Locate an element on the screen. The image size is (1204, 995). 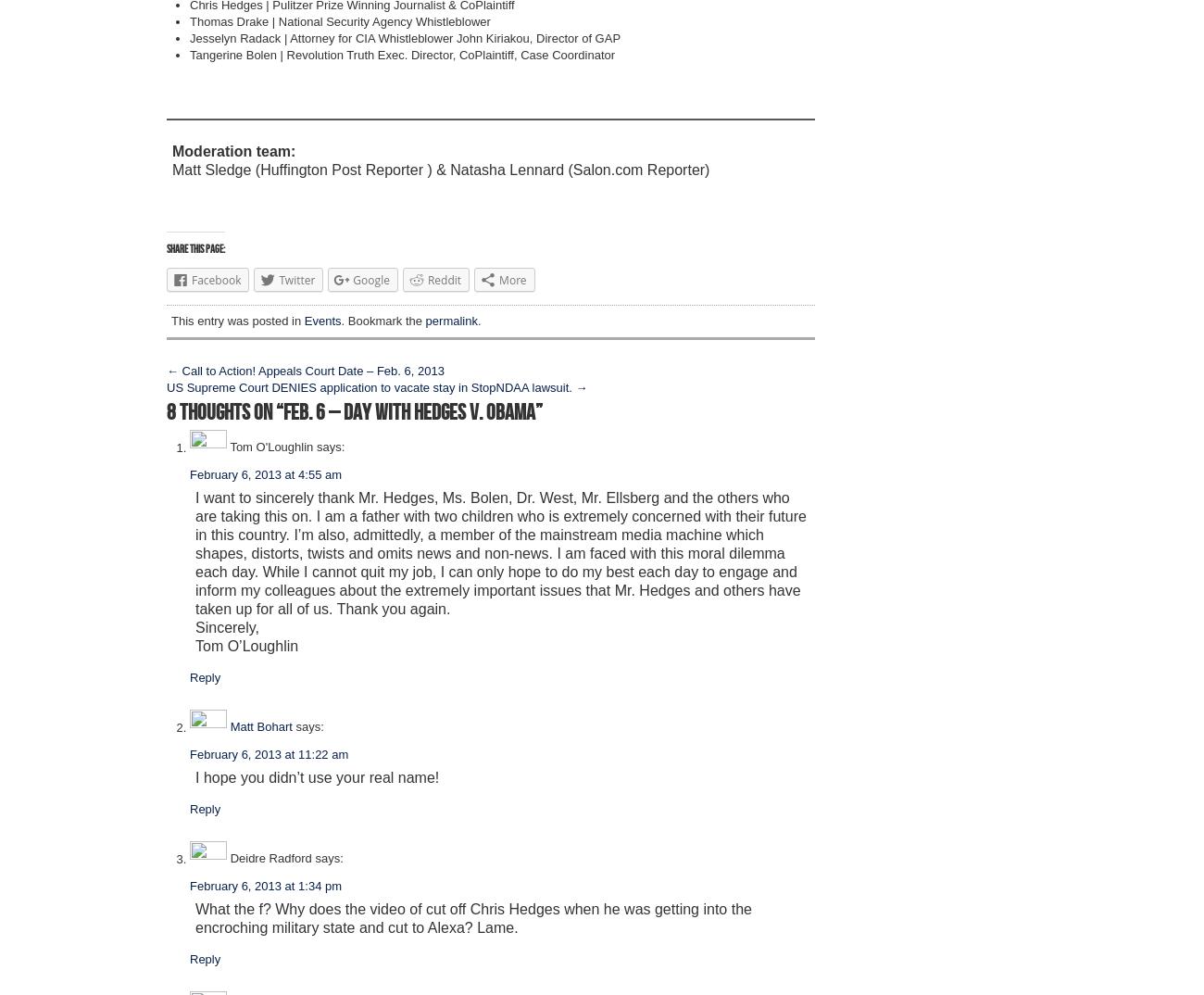
'Facebook' is located at coordinates (215, 280).